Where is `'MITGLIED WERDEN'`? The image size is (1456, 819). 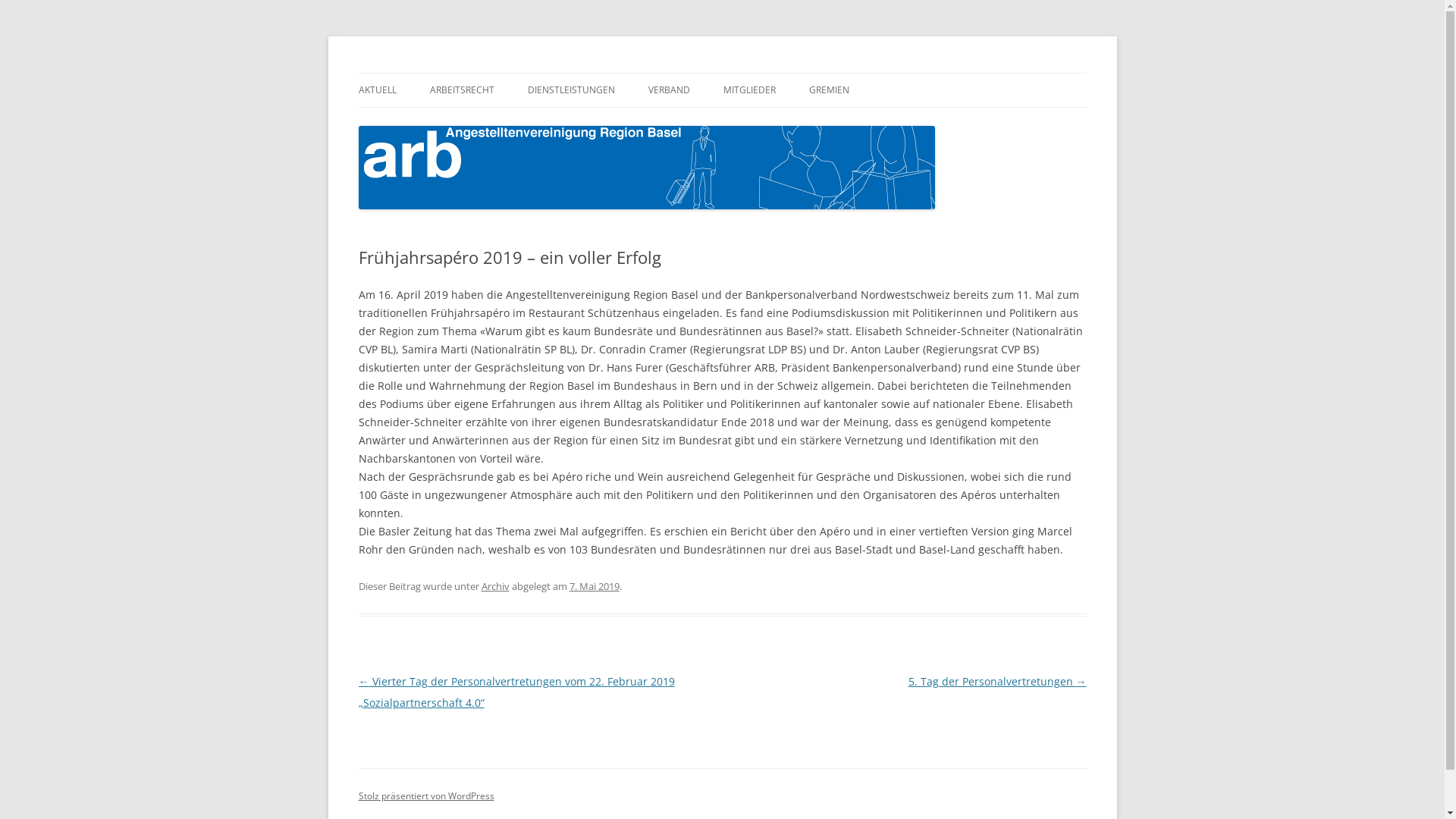 'MITGLIED WERDEN' is located at coordinates (799, 121).